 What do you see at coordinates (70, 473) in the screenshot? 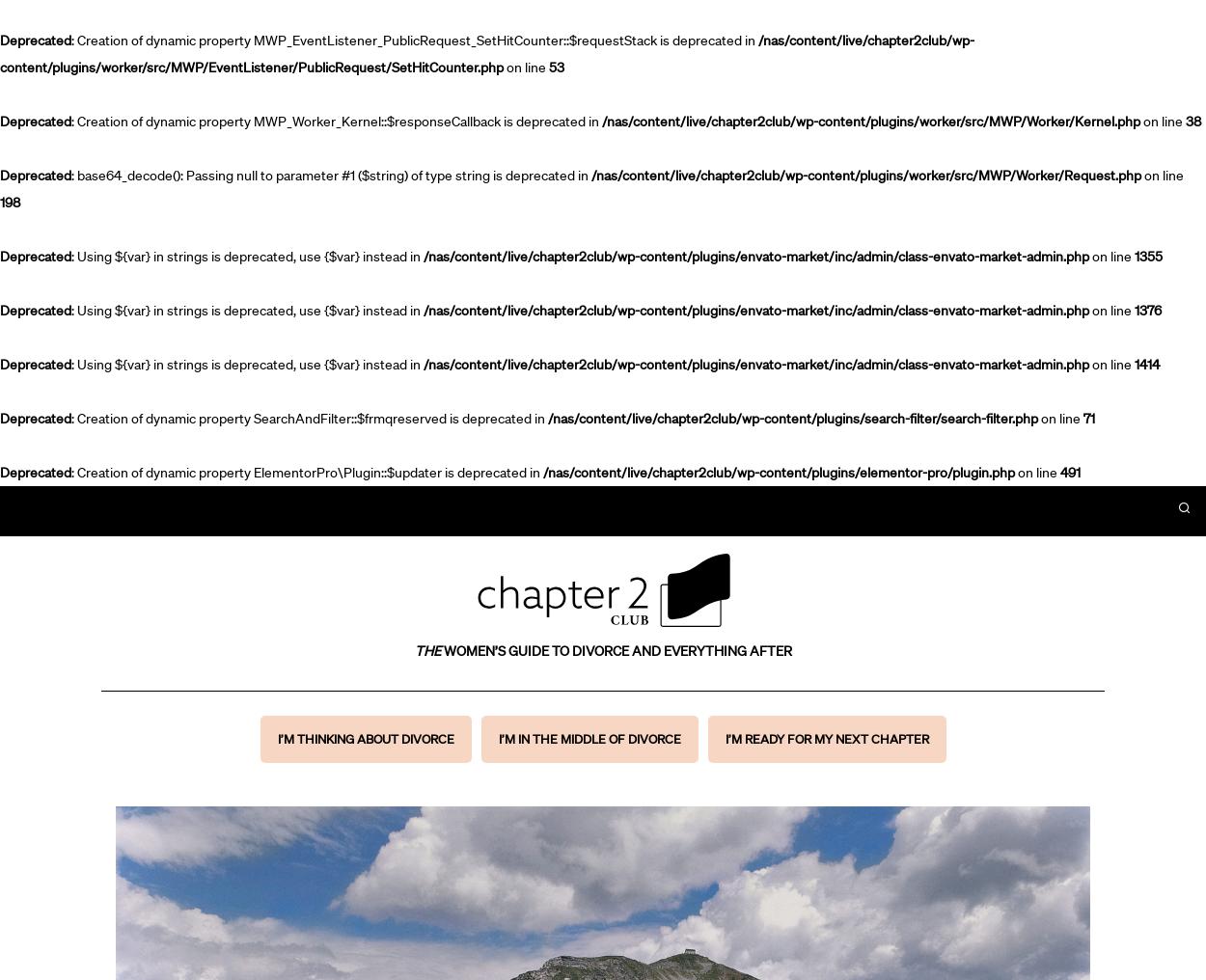
I see `':  Creation of dynamic property ElementorPro\Plugin::$updater is deprecated in'` at bounding box center [70, 473].